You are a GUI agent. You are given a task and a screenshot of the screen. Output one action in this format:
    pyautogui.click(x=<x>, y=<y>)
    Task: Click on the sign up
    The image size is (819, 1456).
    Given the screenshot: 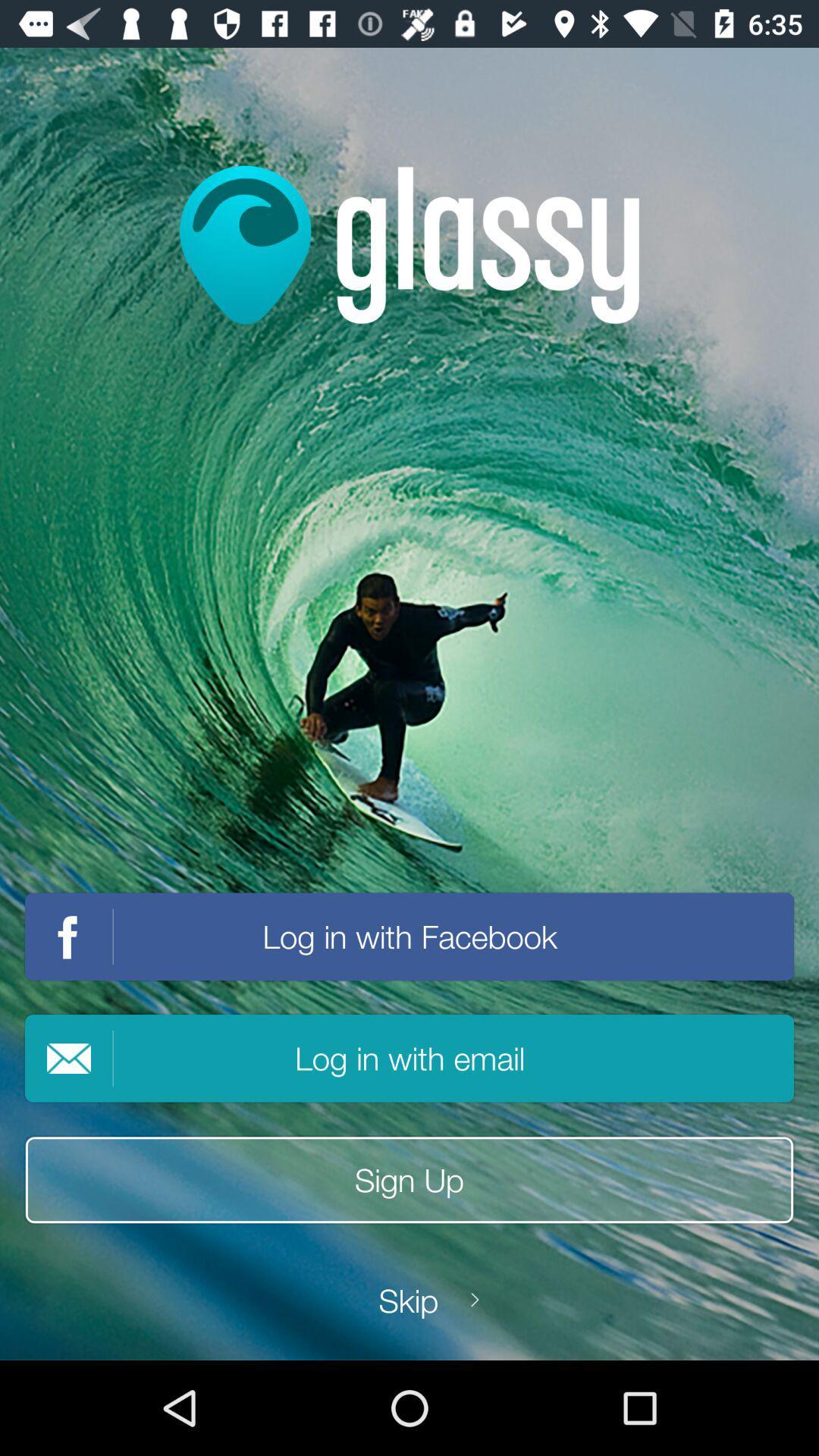 What is the action you would take?
    pyautogui.click(x=409, y=1179)
    